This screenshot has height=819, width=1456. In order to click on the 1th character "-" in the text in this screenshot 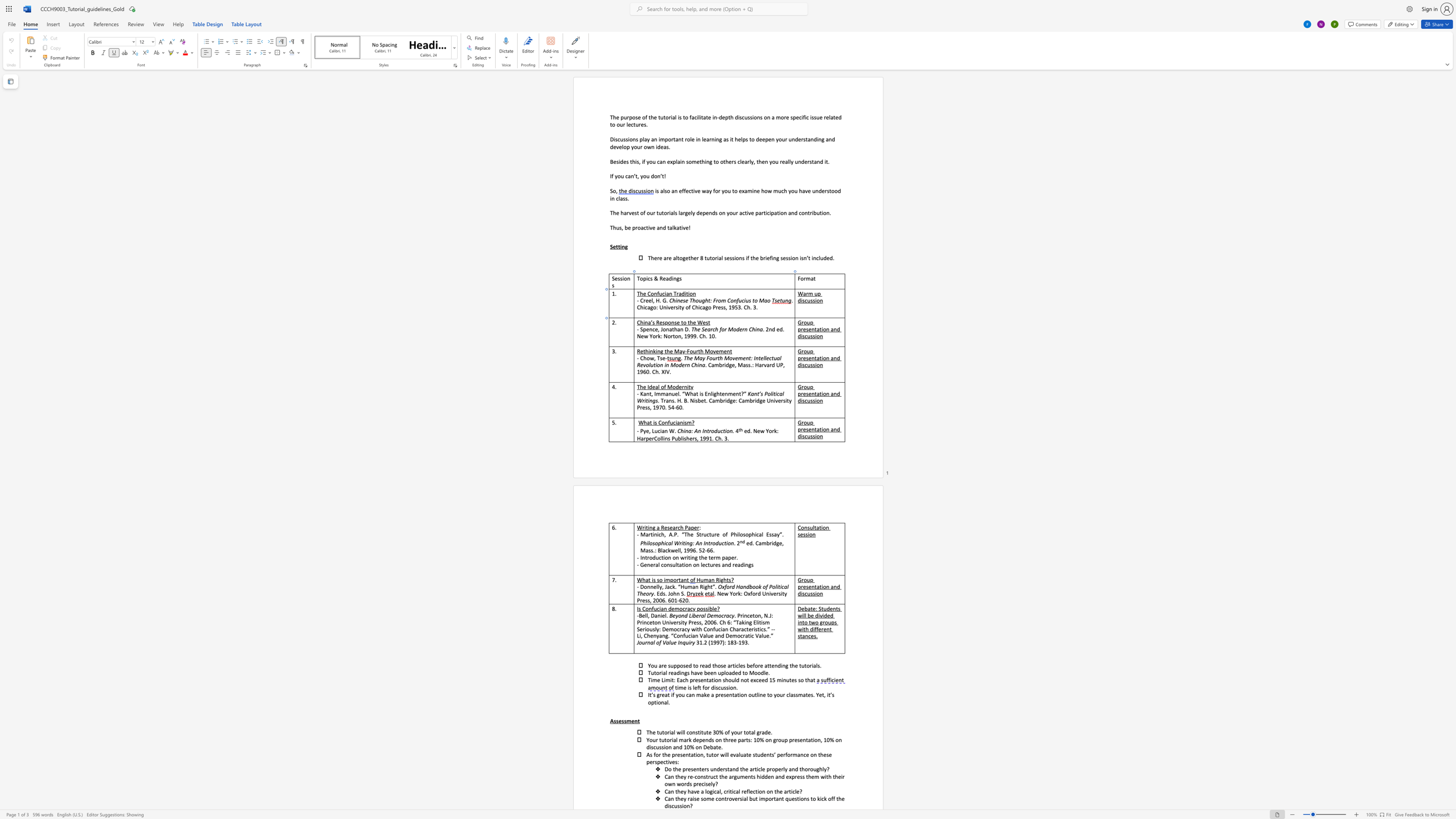, I will do `click(638, 300)`.